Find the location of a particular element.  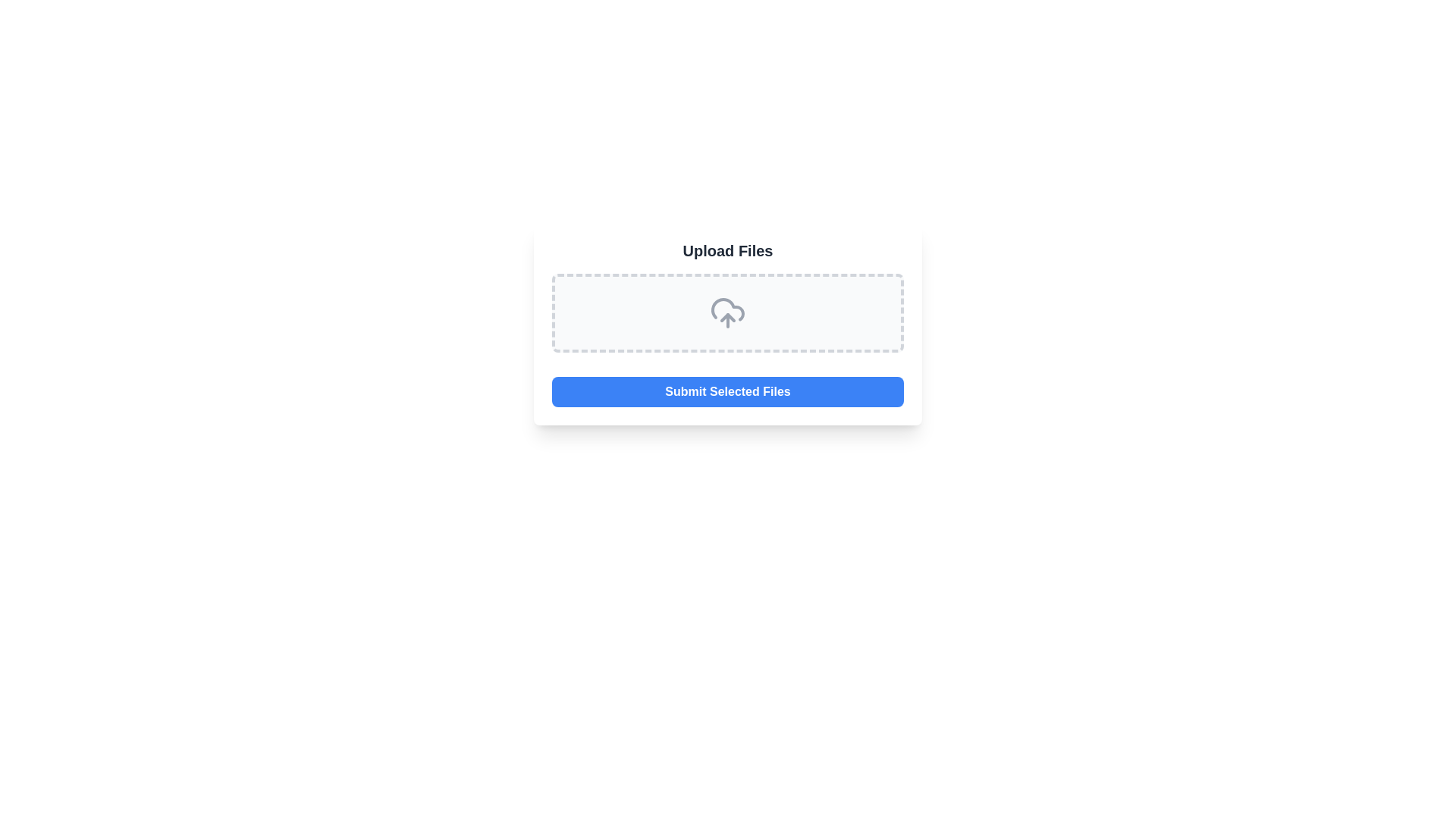

the blue rectangular button with rounded corners that reads 'Submit Selected Files' is located at coordinates (728, 391).